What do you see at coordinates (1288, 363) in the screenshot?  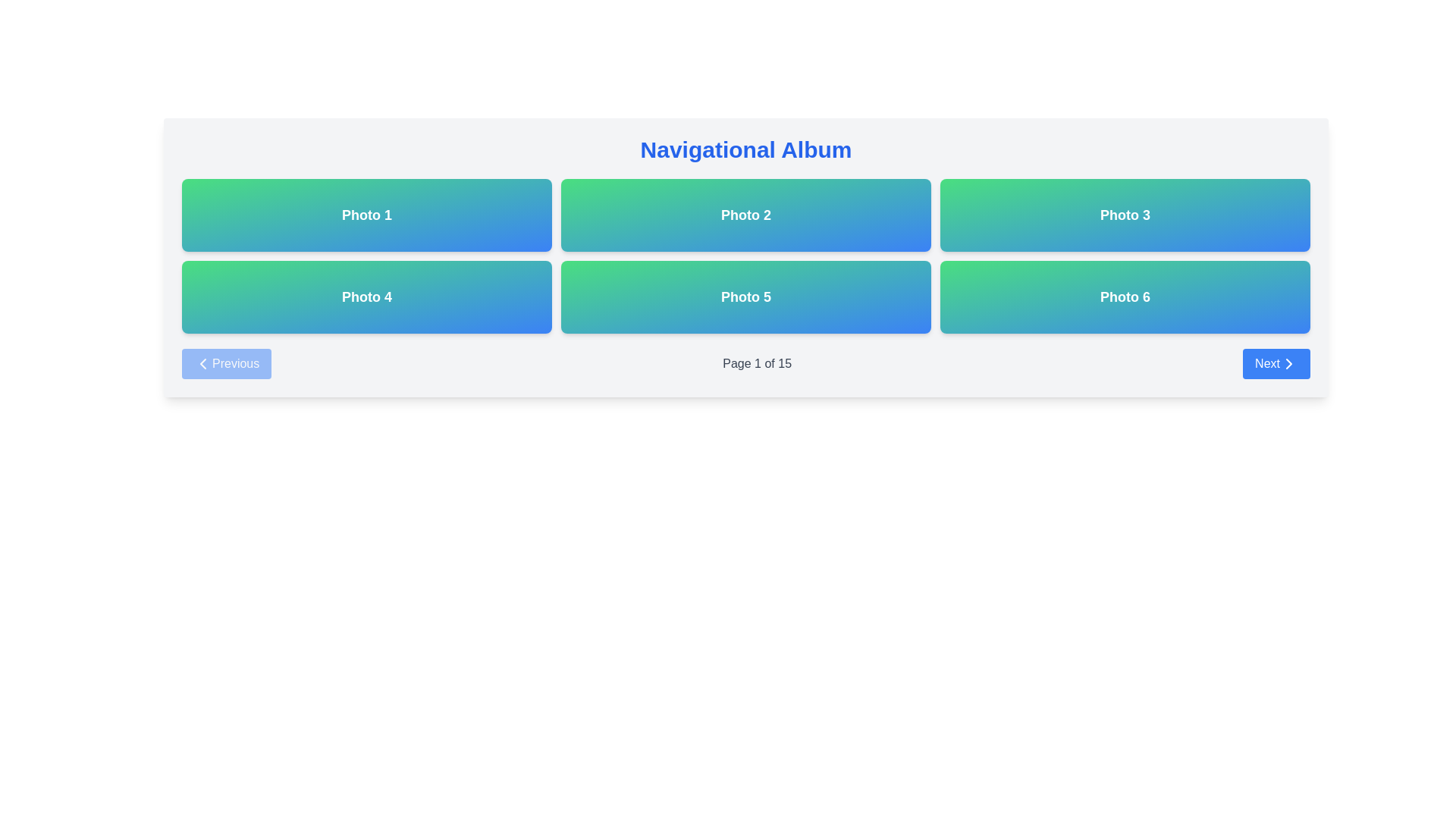 I see `the 'Next' button which contains the small right-pointing chevron icon` at bounding box center [1288, 363].